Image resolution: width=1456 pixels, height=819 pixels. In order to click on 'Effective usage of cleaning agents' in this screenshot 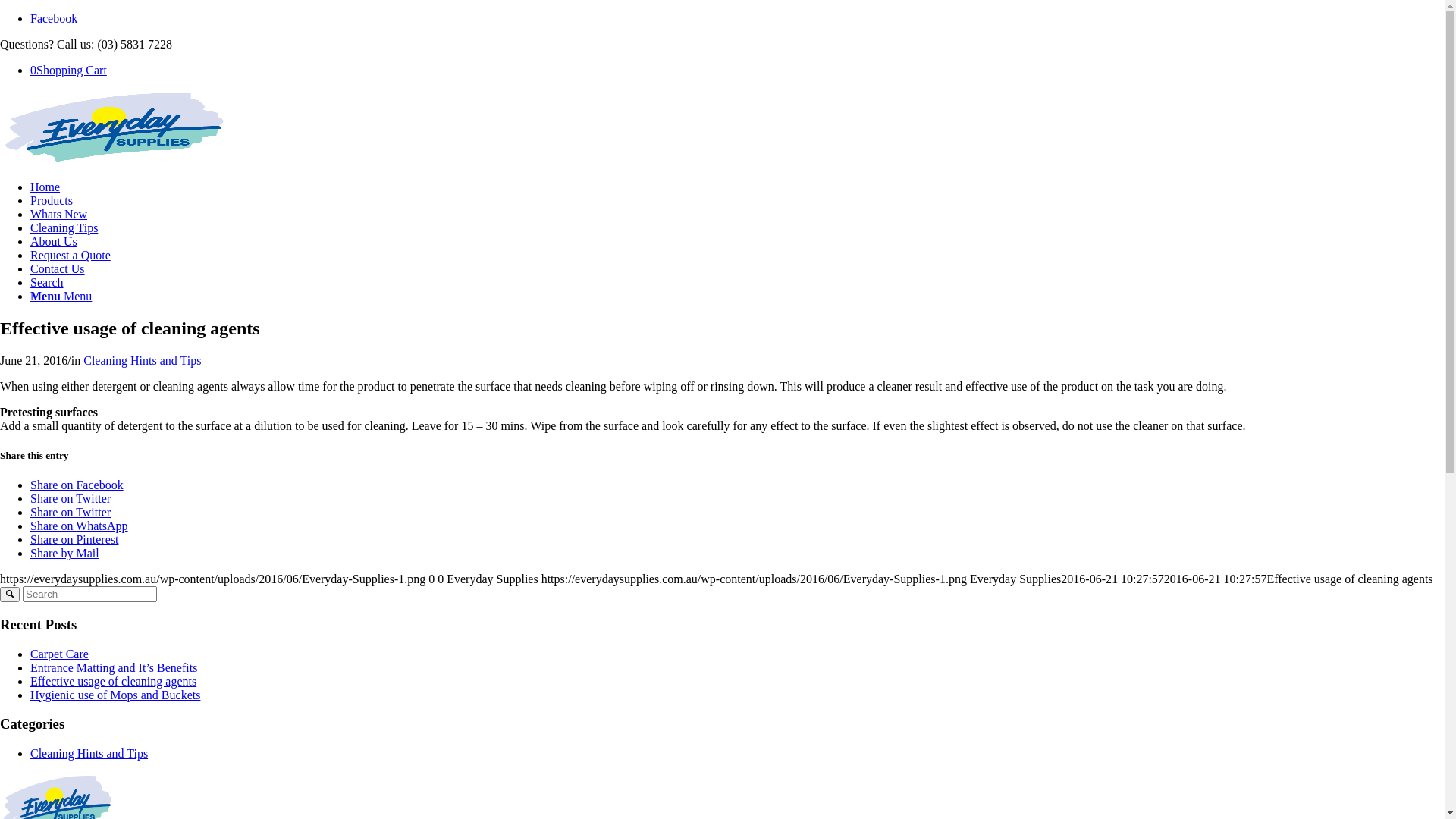, I will do `click(112, 680)`.